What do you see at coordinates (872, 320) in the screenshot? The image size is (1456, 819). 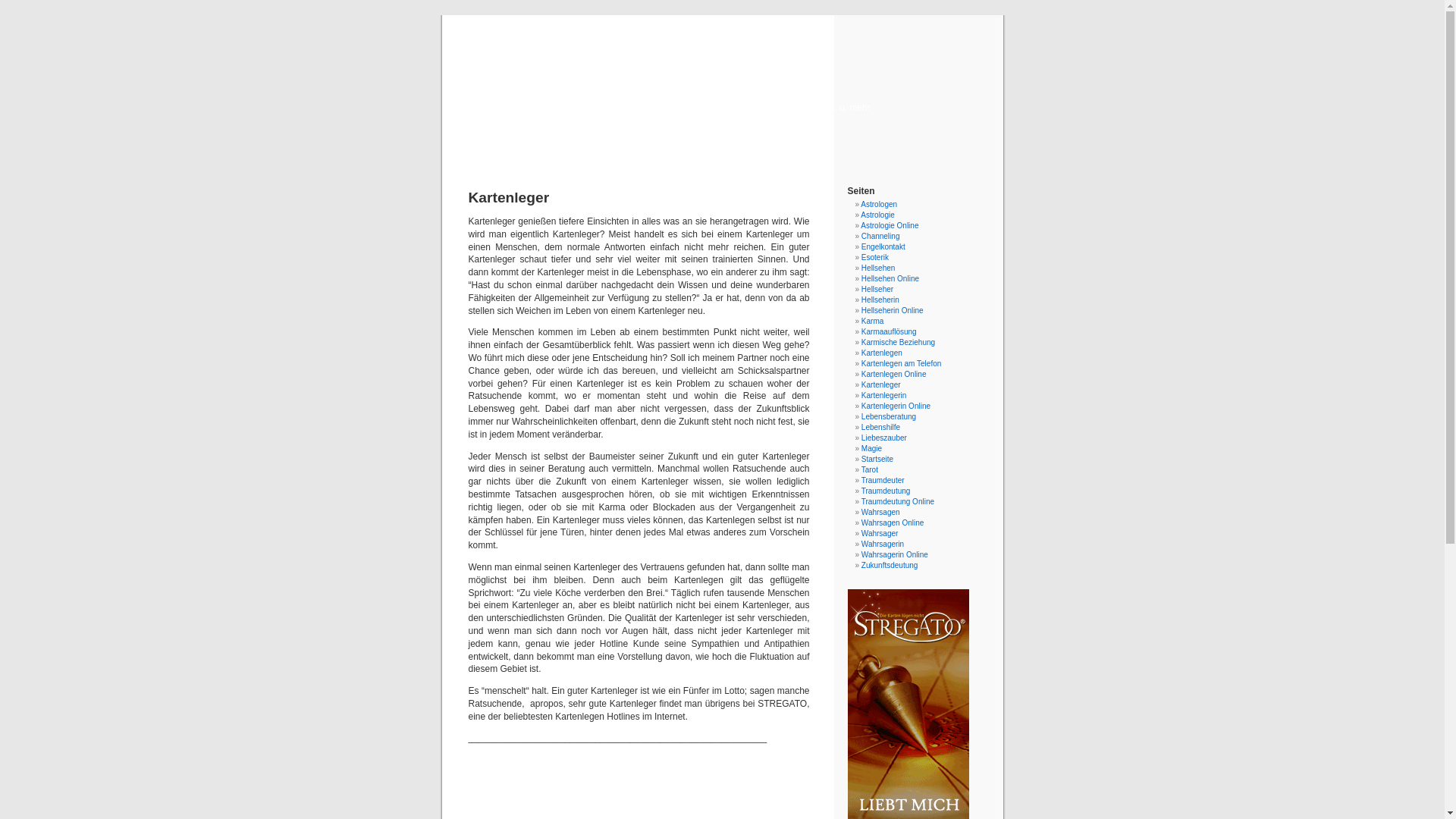 I see `'Karma'` at bounding box center [872, 320].